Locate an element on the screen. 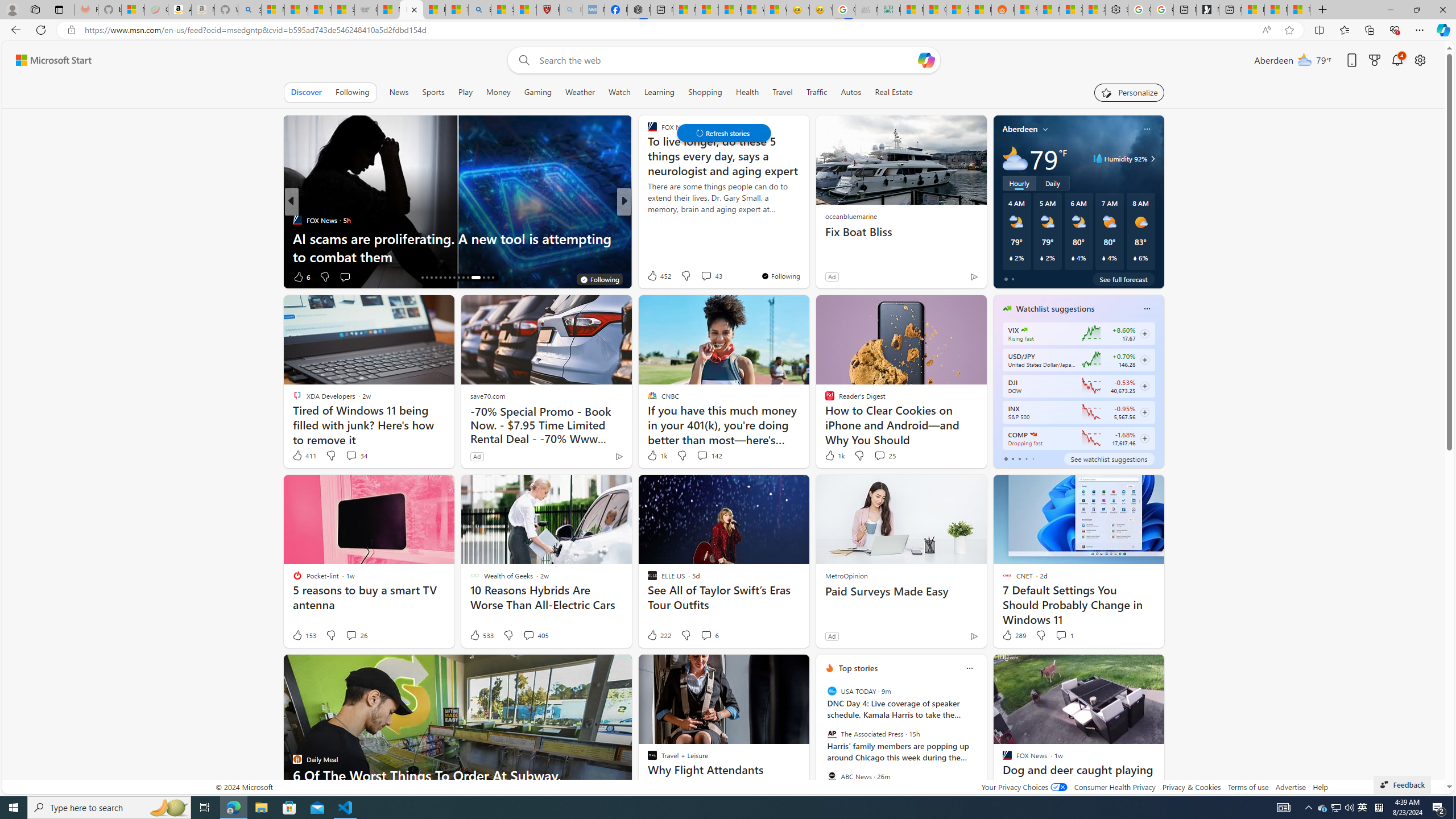 The width and height of the screenshot is (1456, 819). 'AutomationID: tab-25' is located at coordinates (463, 277).